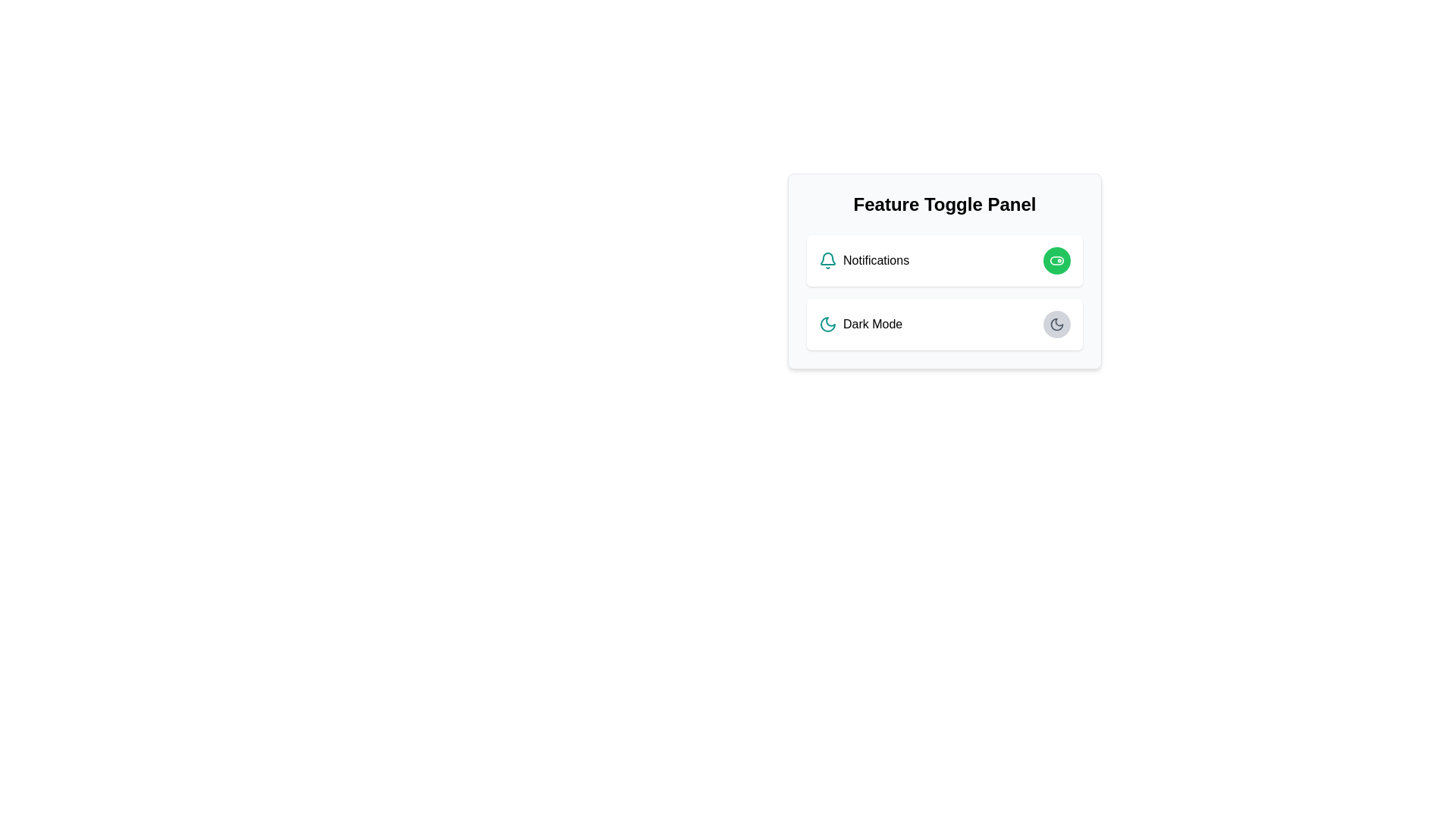 The height and width of the screenshot is (819, 1456). Describe the element at coordinates (1056, 324) in the screenshot. I see `the toggle button for Dark Mode located on the right side of the row in the Feature Toggle Panel` at that location.